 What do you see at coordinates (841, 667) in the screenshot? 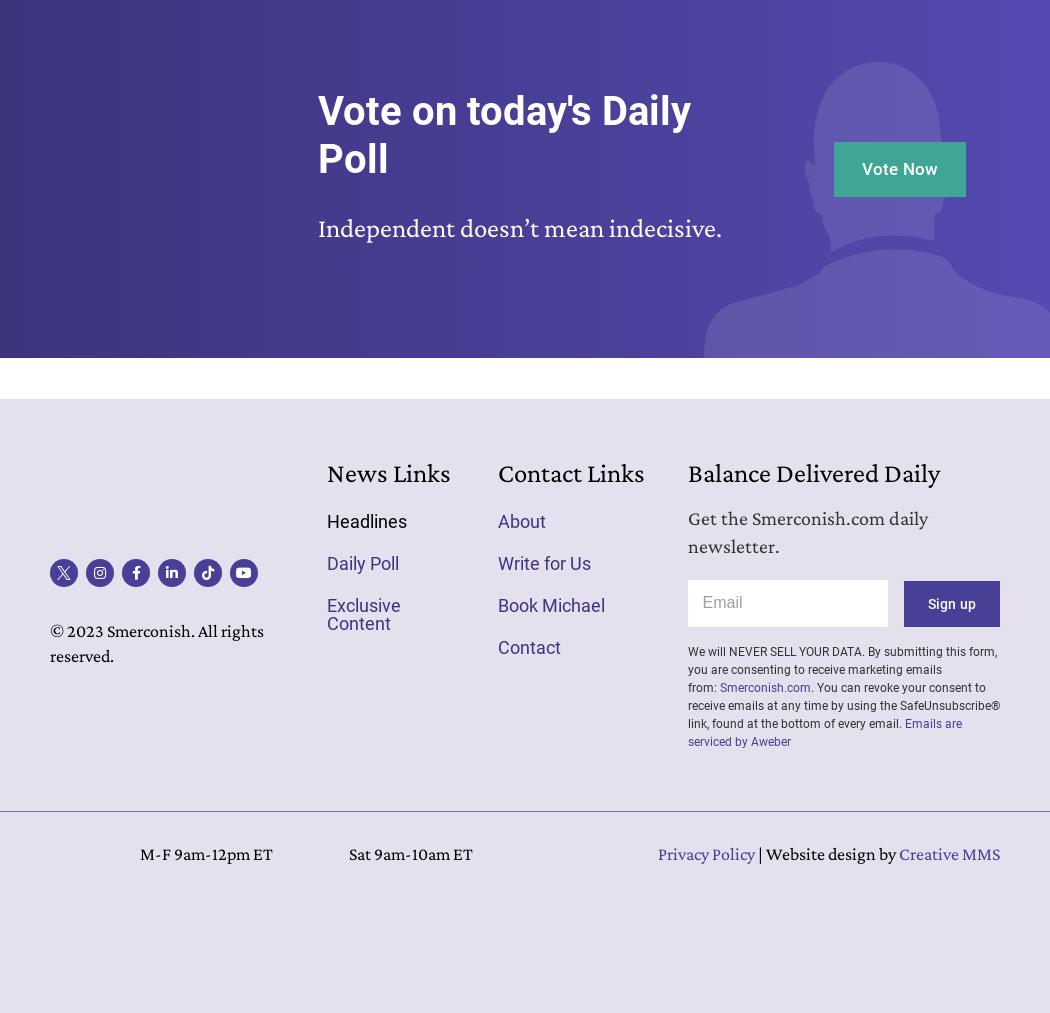
I see `'We will NEVER SELL YOUR DATA. By submitting this form, you are consenting to receive marketing emails from:'` at bounding box center [841, 667].